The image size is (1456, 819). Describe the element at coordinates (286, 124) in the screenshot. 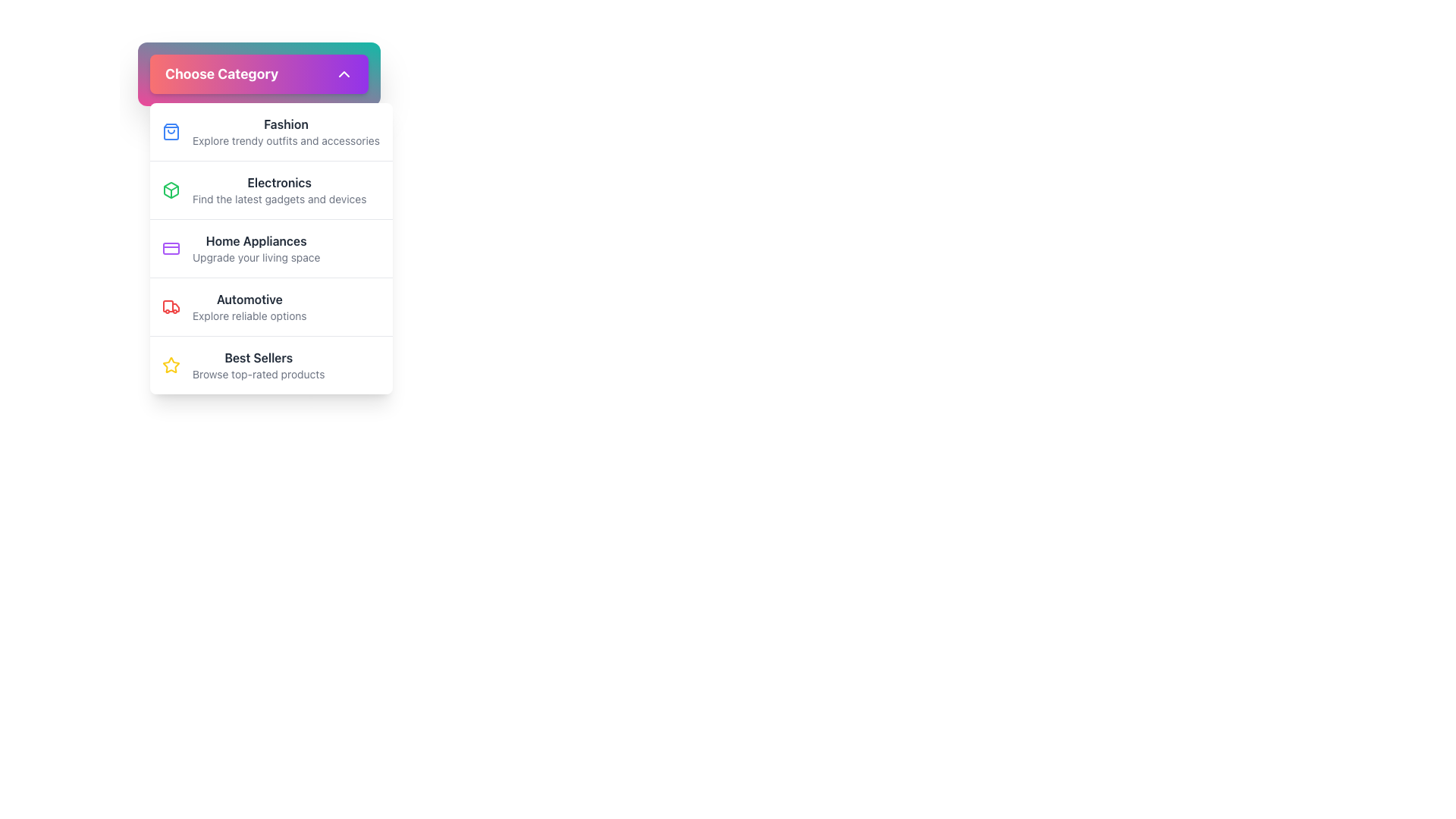

I see `the 'Fashion' category label in the dropdown menu` at that location.